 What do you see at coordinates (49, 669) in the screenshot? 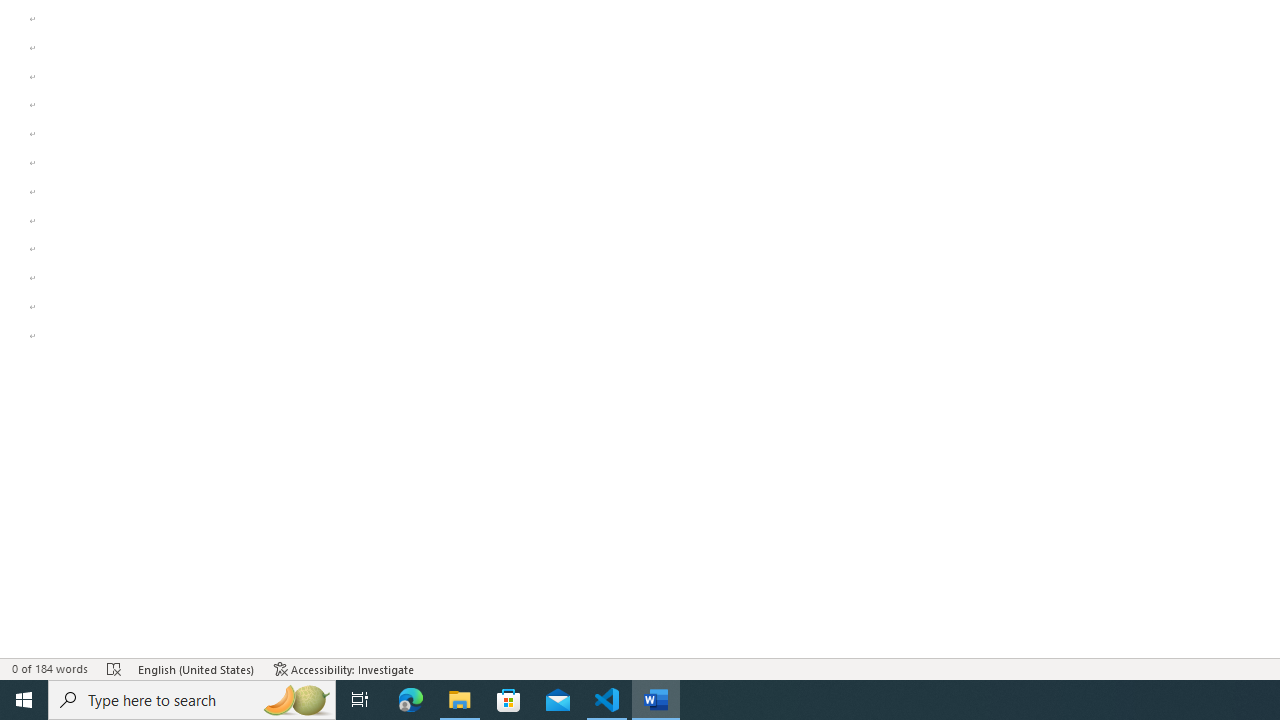
I see `'Word Count 0 of 184 words'` at bounding box center [49, 669].